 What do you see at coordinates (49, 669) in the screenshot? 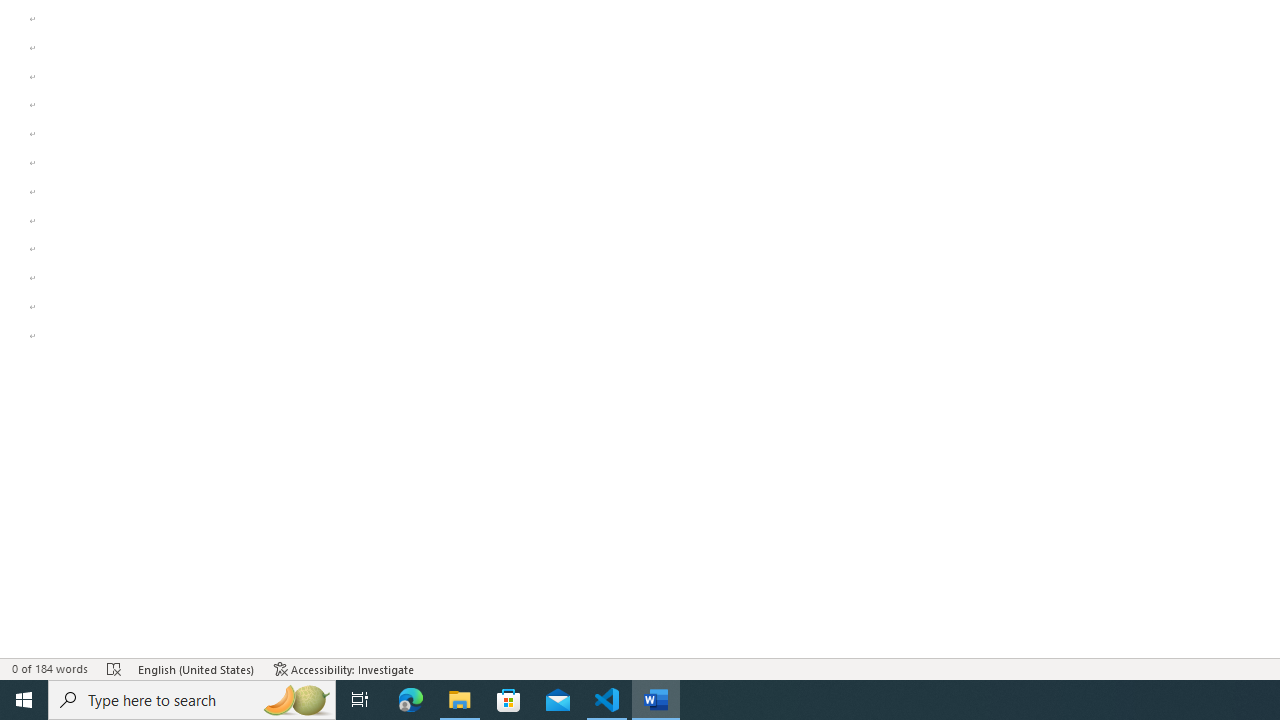
I see `'Word Count 0 of 184 words'` at bounding box center [49, 669].